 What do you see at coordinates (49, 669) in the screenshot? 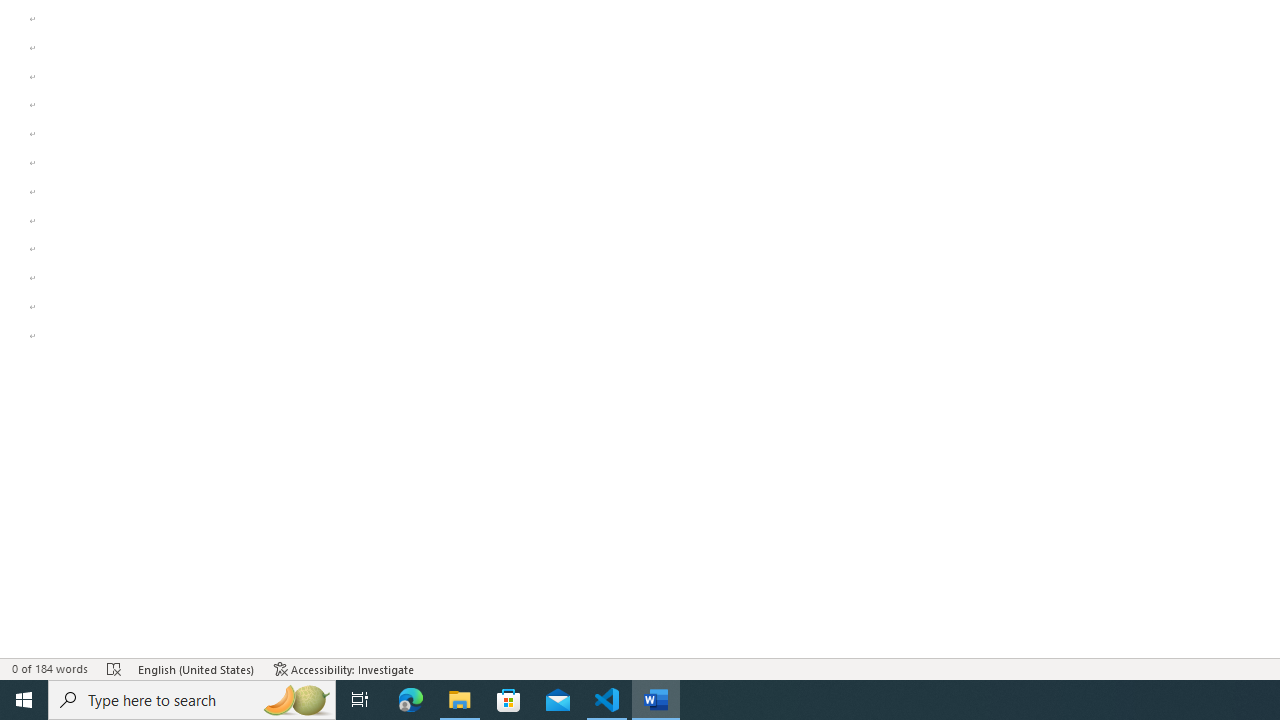
I see `'Word Count 0 of 184 words'` at bounding box center [49, 669].